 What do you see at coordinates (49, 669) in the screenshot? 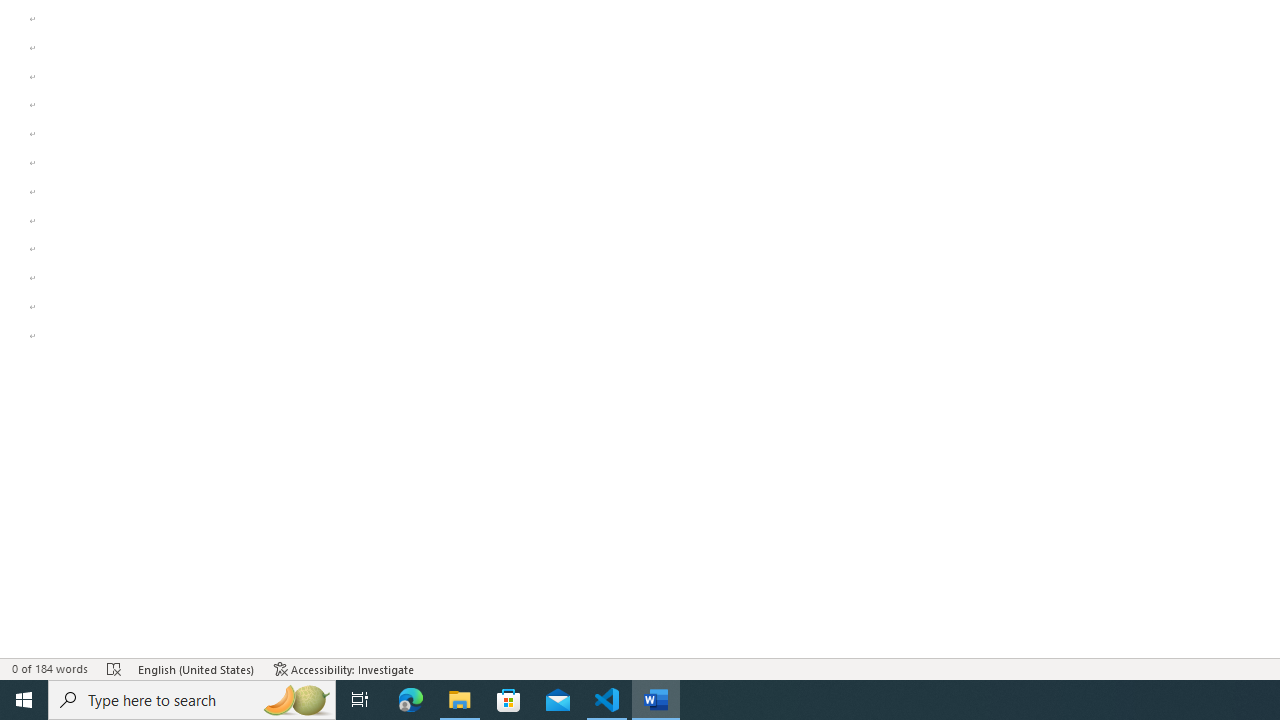
I see `'Word Count 0 of 184 words'` at bounding box center [49, 669].